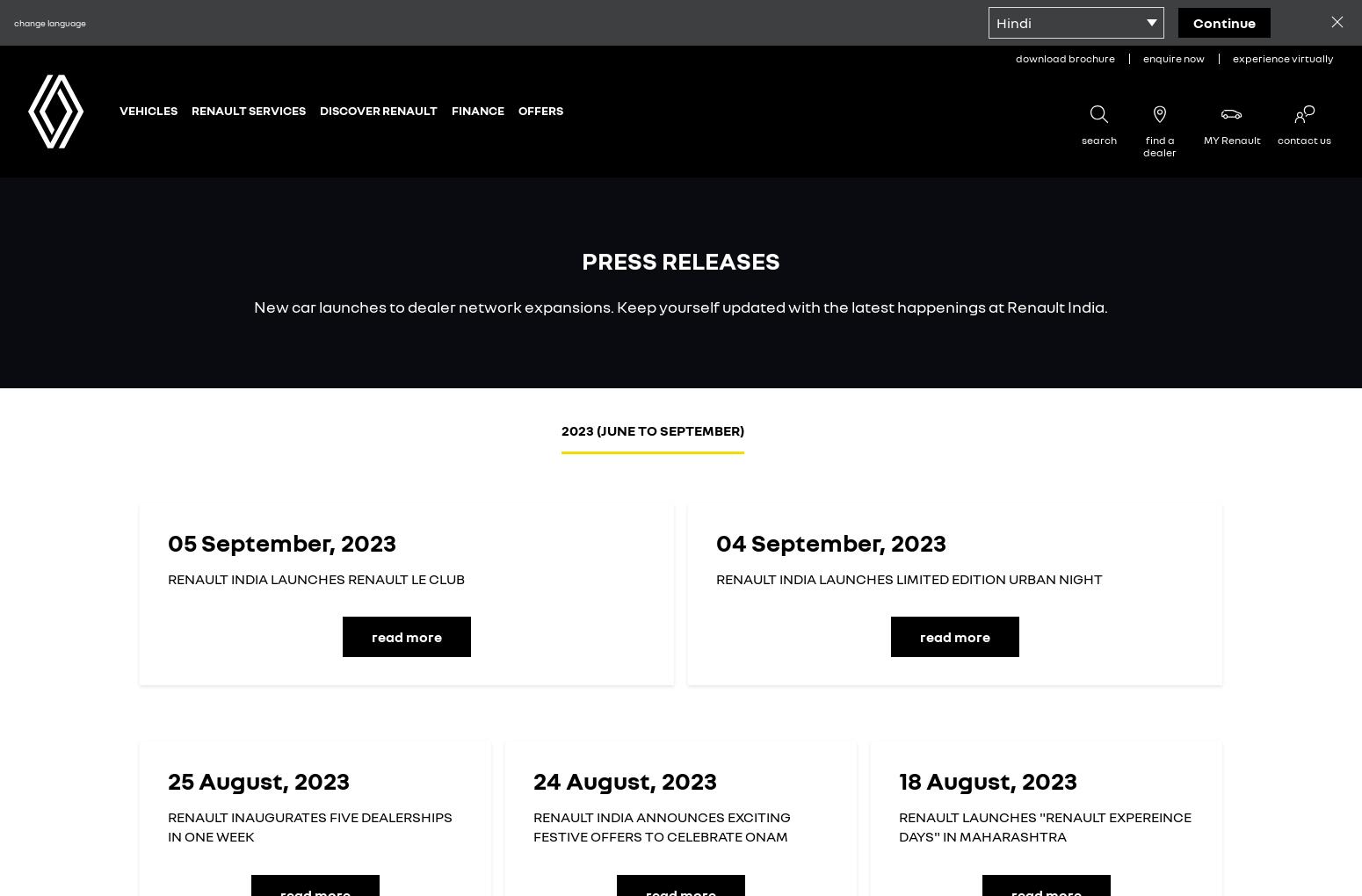  What do you see at coordinates (308, 825) in the screenshot?
I see `'RENAULT INAUGURATES FIVE DEALERSHIPS IN ONE WEEK'` at bounding box center [308, 825].